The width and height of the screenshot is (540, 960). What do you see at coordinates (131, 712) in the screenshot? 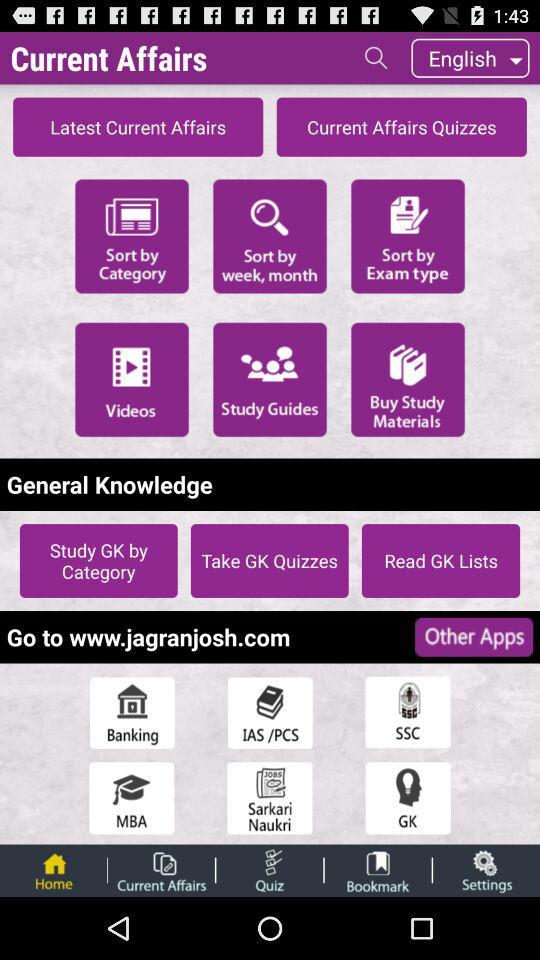
I see `banking menu` at bounding box center [131, 712].